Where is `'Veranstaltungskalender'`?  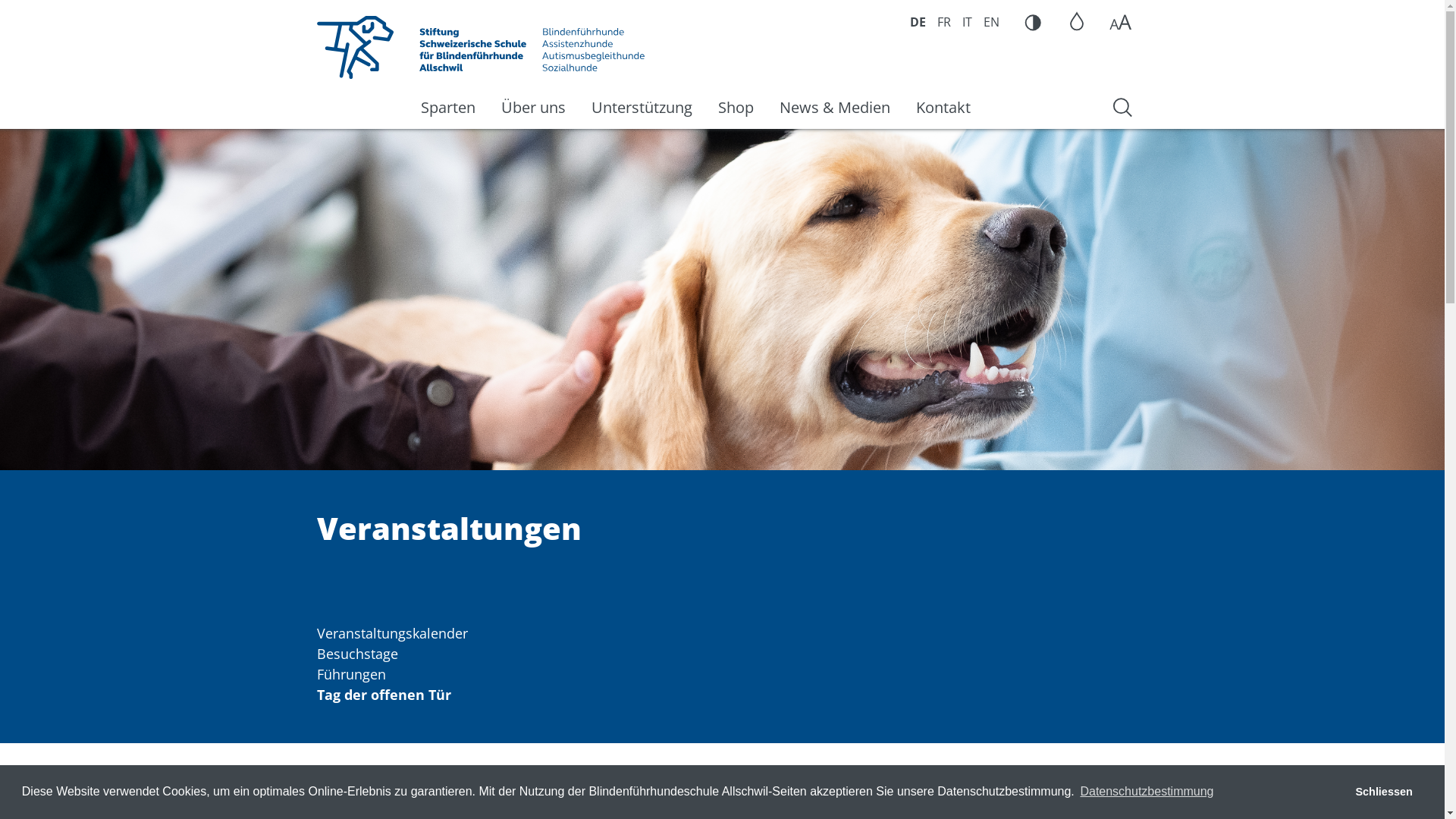
'Veranstaltungskalender' is located at coordinates (392, 632).